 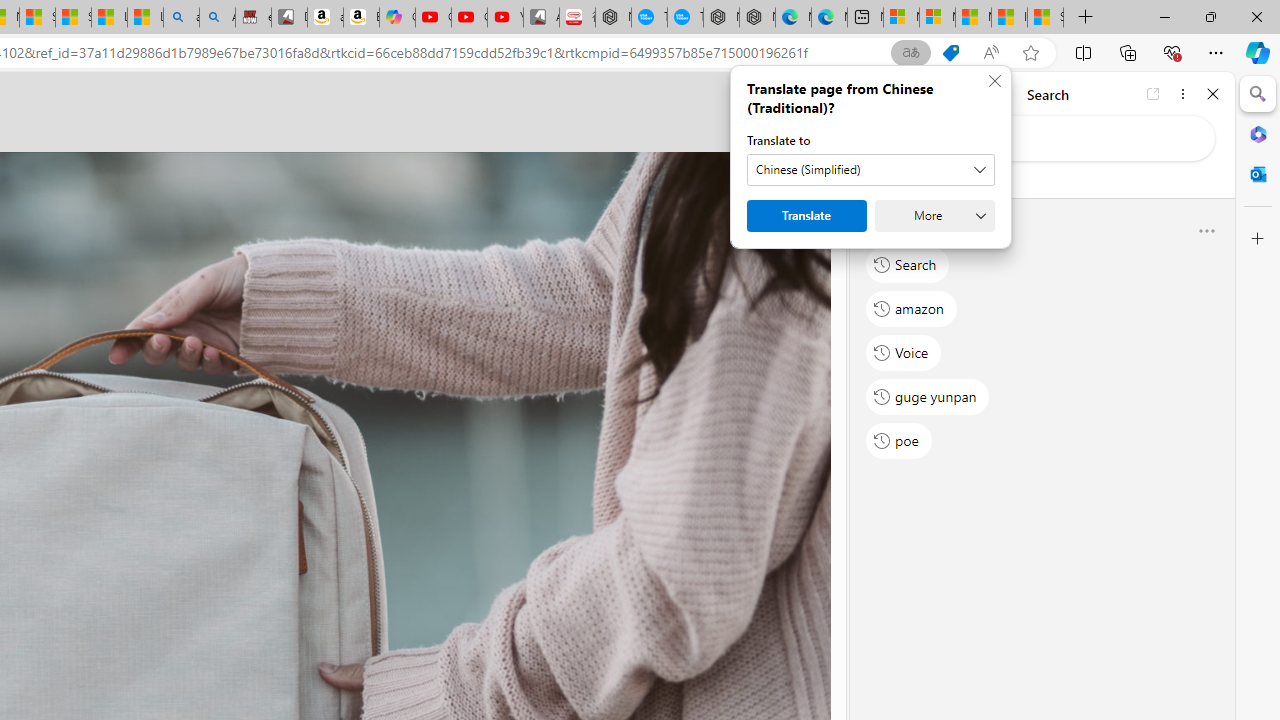 I want to click on 'Gloom - YouTube', so click(x=468, y=17).